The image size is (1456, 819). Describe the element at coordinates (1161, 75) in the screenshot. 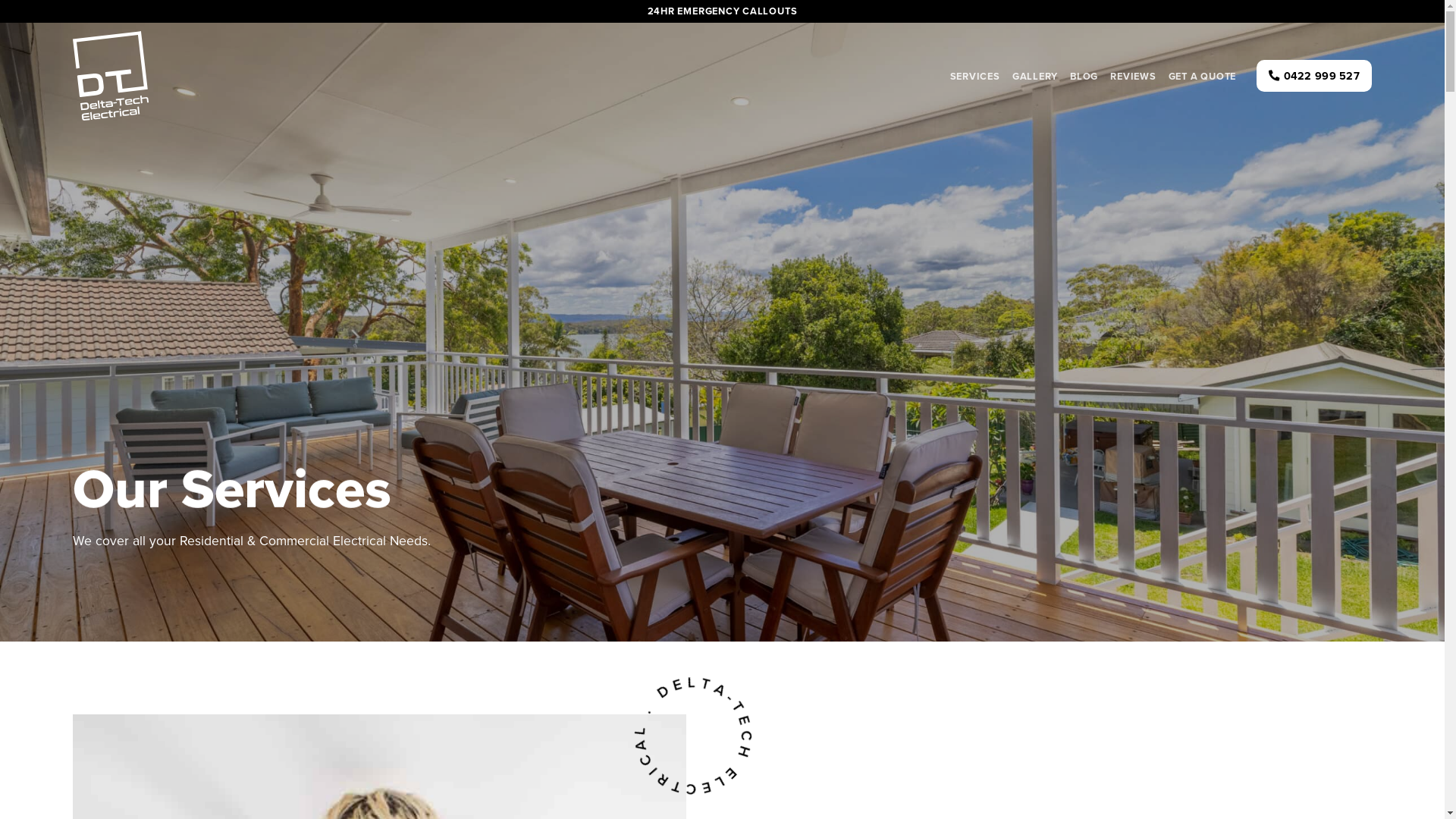

I see `'GET A QUOTE'` at that location.